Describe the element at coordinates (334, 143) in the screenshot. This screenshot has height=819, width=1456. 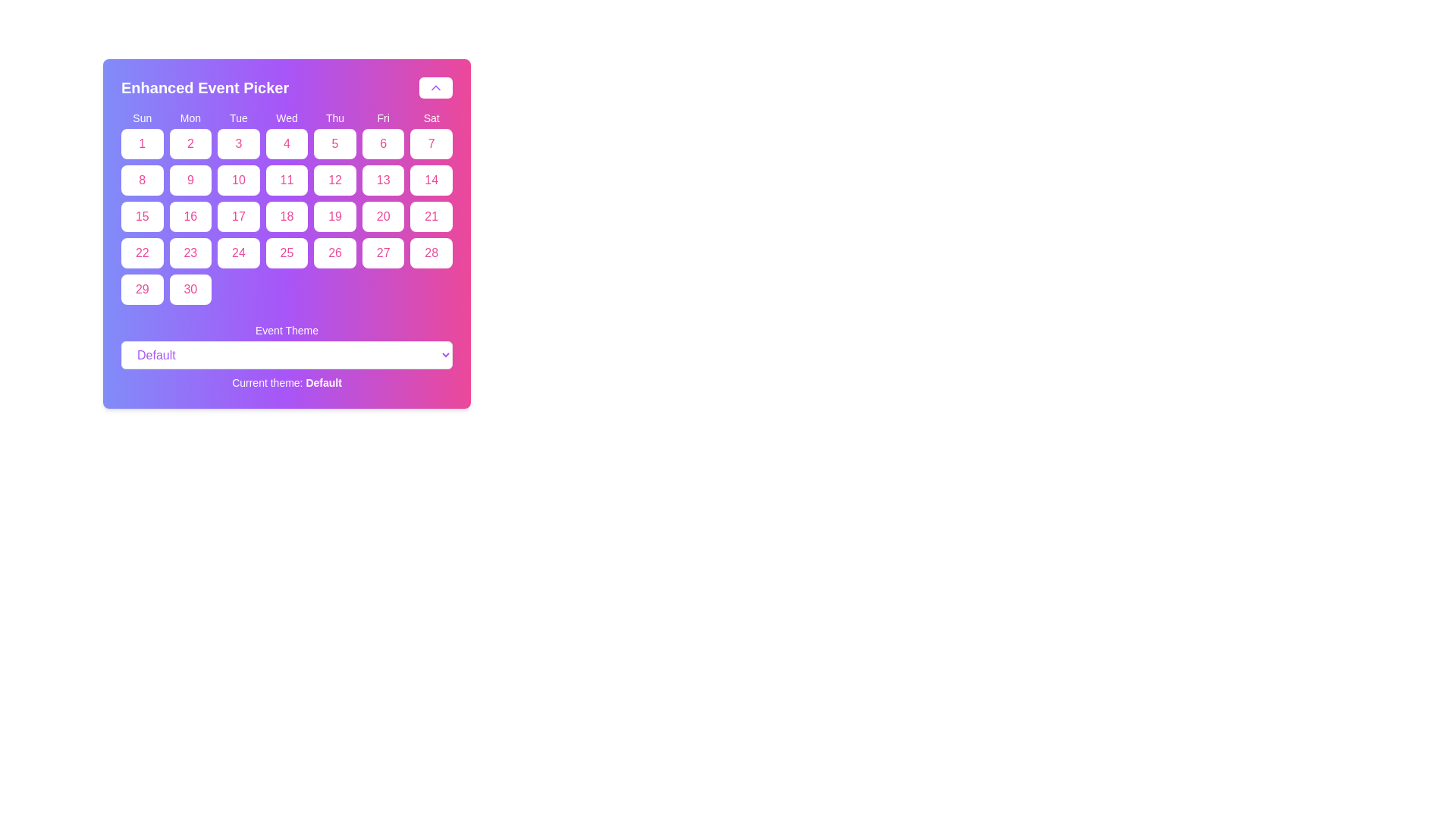
I see `the button in the 5th column of the top row in the calendar` at that location.